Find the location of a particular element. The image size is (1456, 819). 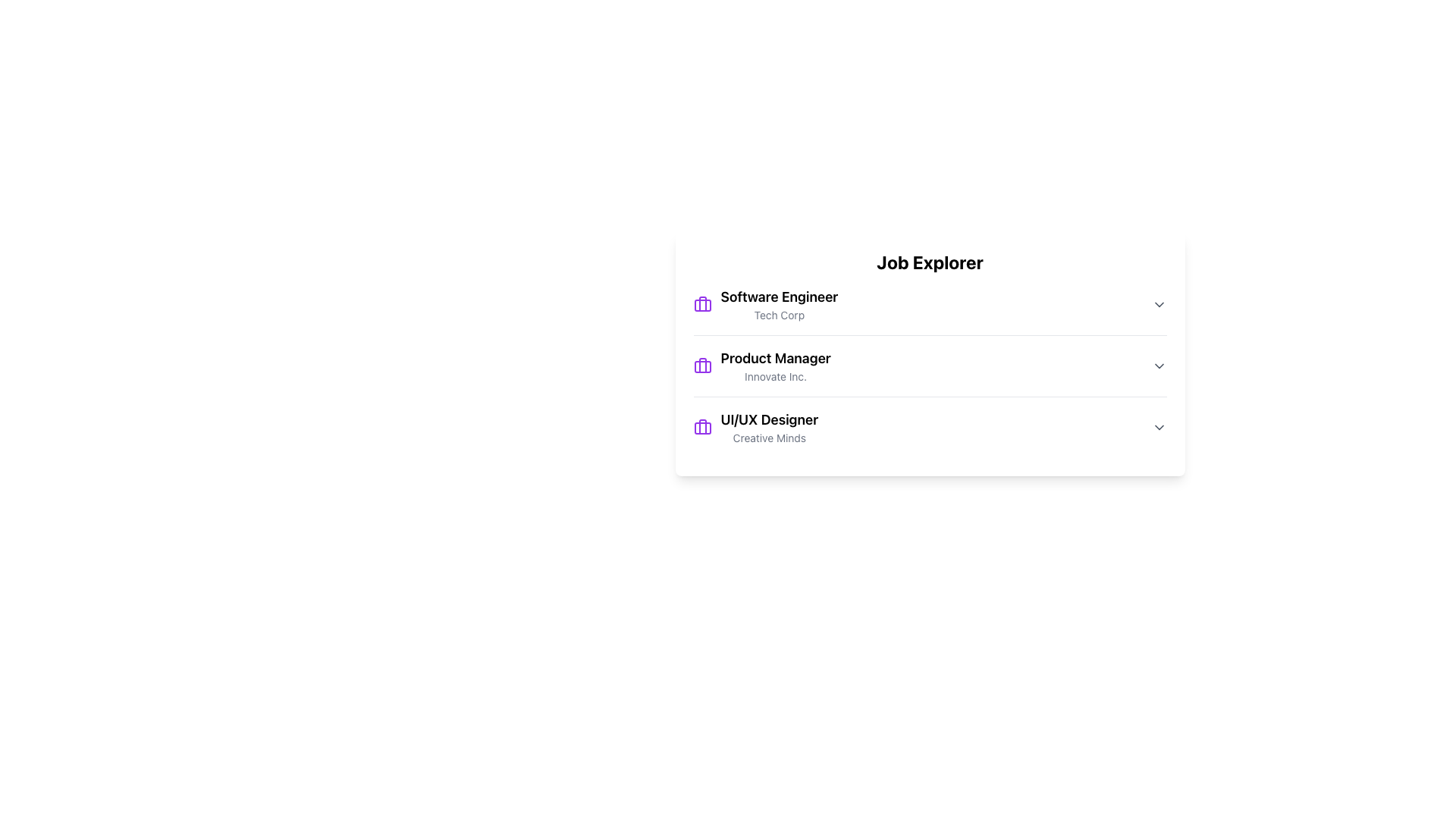

the job listing labeled 'Software Engineer' at 'Tech Corp' located at the top of the 'Job Explorer' section is located at coordinates (779, 304).